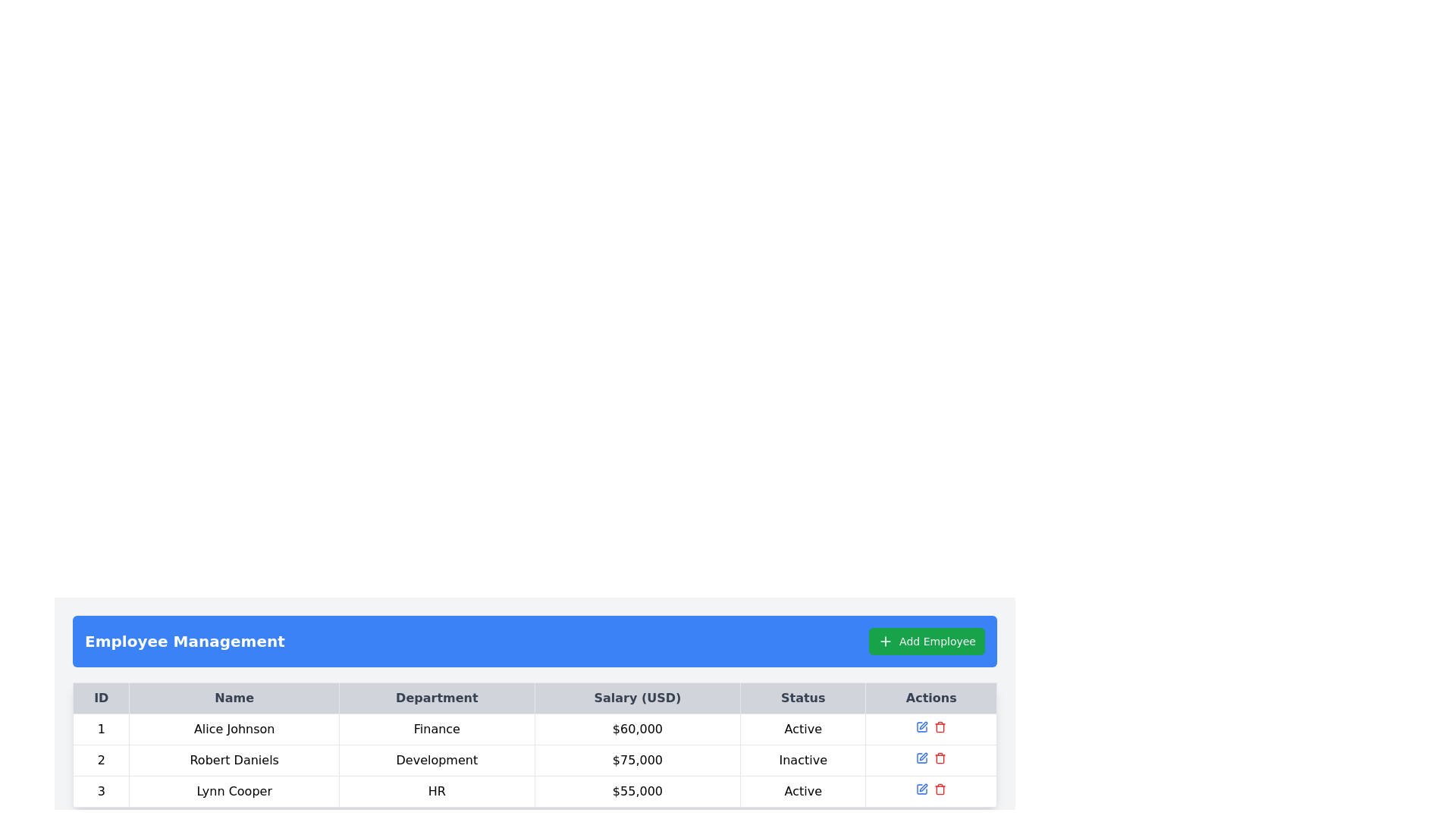 This screenshot has height=819, width=1456. Describe the element at coordinates (184, 641) in the screenshot. I see `the static text label displaying 'Employee Management' in bold and large font, which is positioned within a blue bar at the top of the section` at that location.